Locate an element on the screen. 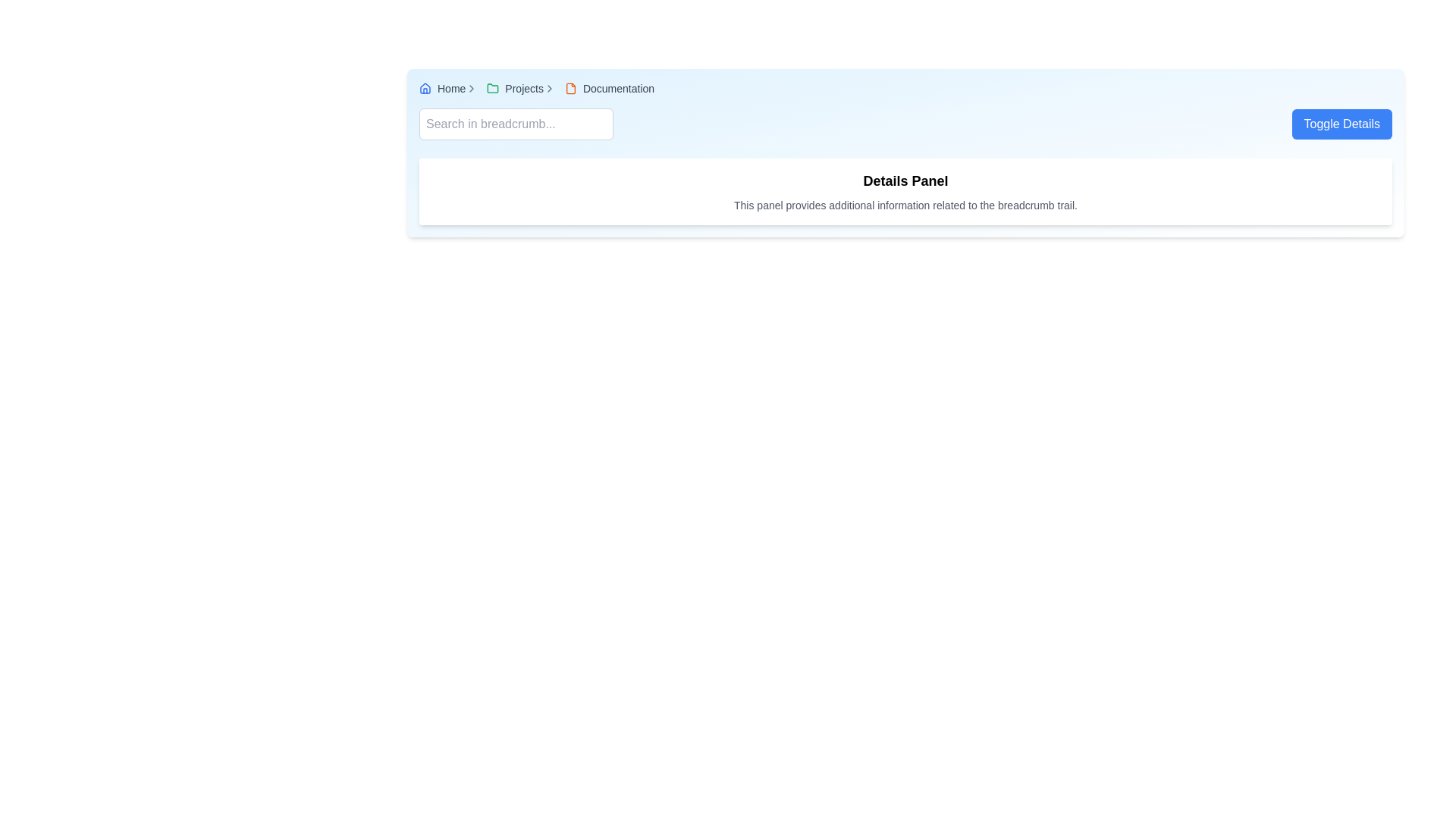 Image resolution: width=1456 pixels, height=819 pixels. the 'Documentation' hyperlink in the breadcrumb navigation bar, which follows the 'Projects' item and is preceded by an orange file icon is located at coordinates (610, 88).